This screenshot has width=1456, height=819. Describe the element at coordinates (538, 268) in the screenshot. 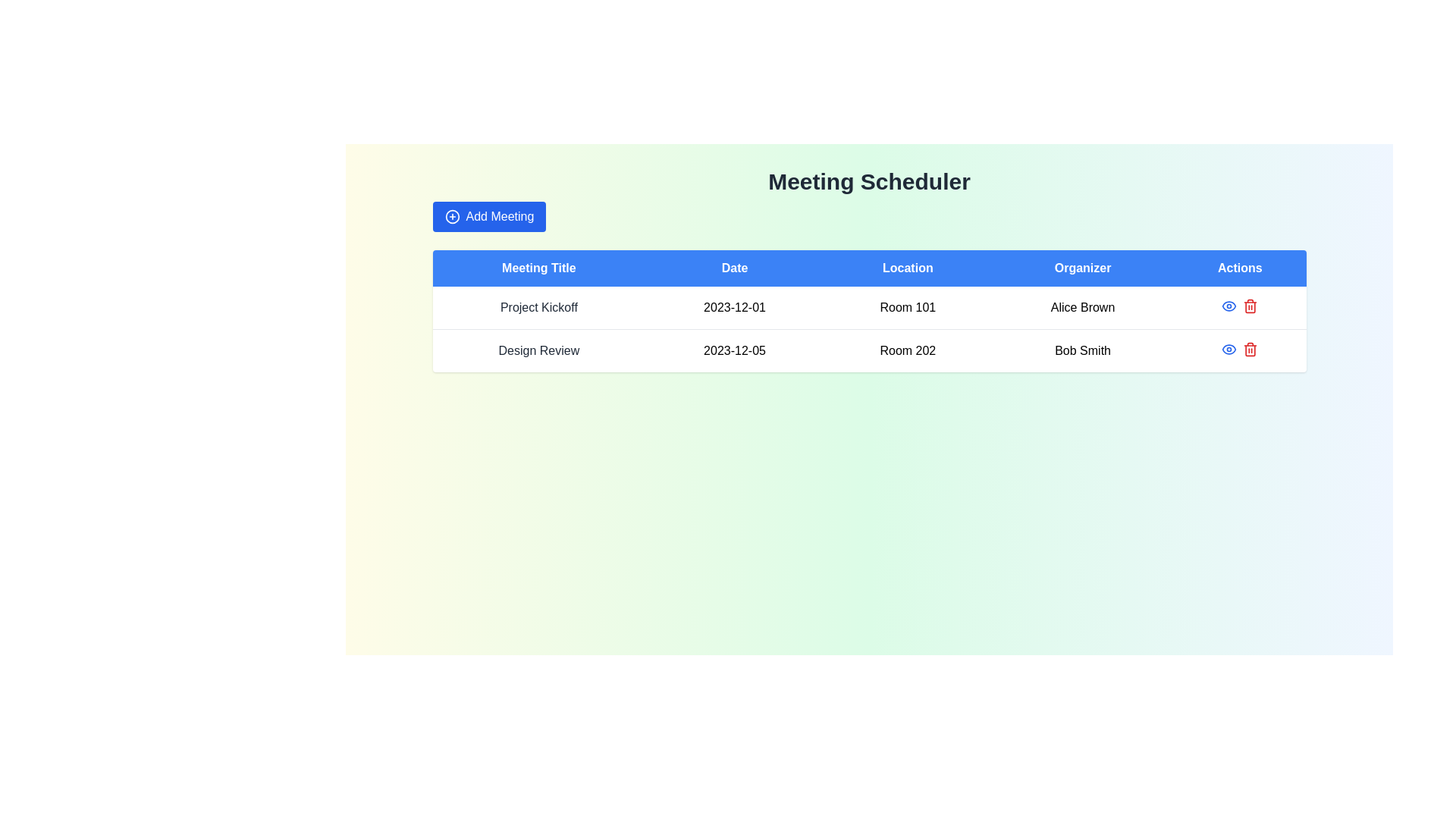

I see `the 'Meeting Title' text label, which is styled in white against a blue background and located as the first column heading in a table layout` at that location.